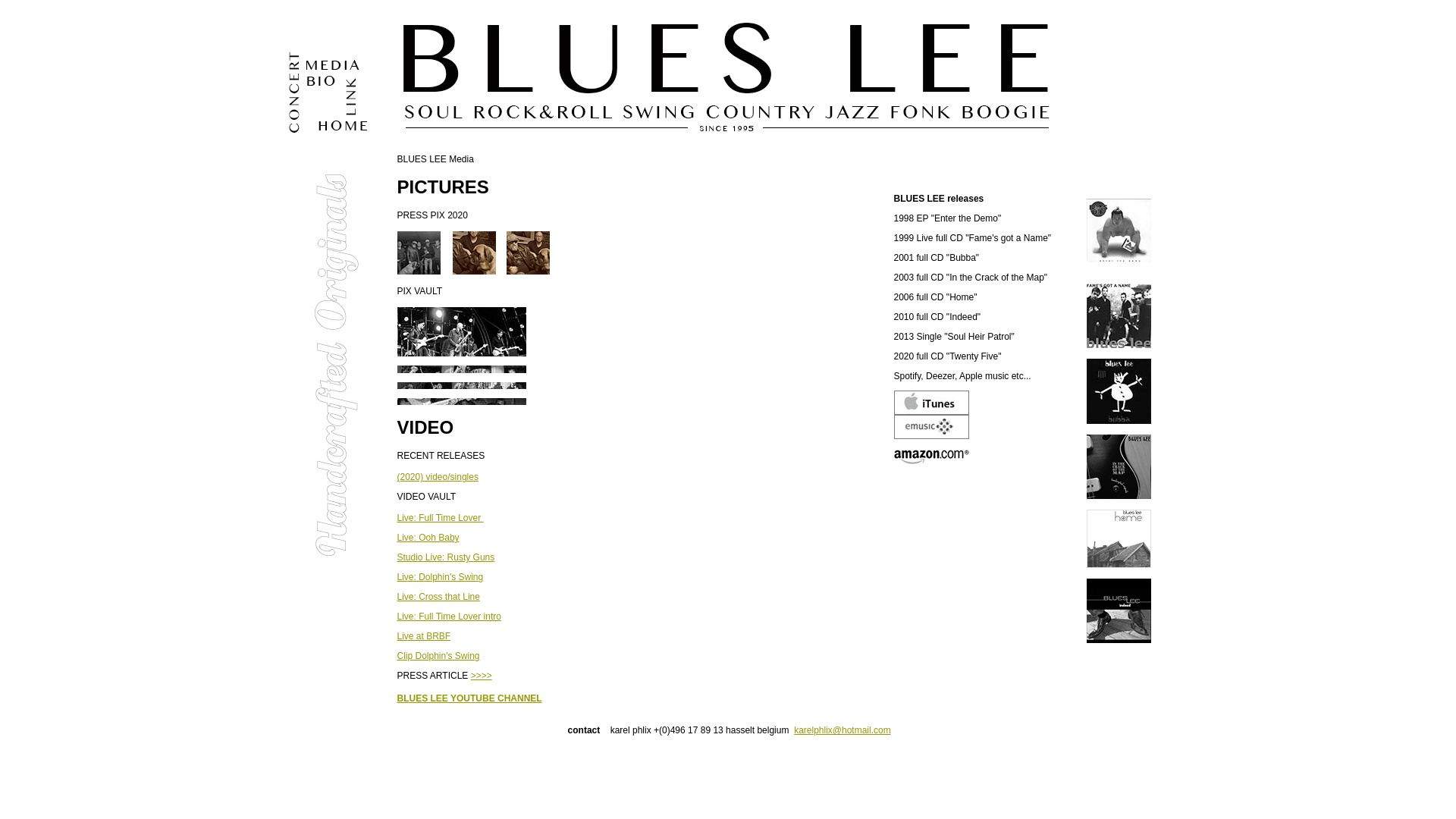 Image resolution: width=1456 pixels, height=819 pixels. What do you see at coordinates (397, 475) in the screenshot?
I see `'(2020) video/singles'` at bounding box center [397, 475].